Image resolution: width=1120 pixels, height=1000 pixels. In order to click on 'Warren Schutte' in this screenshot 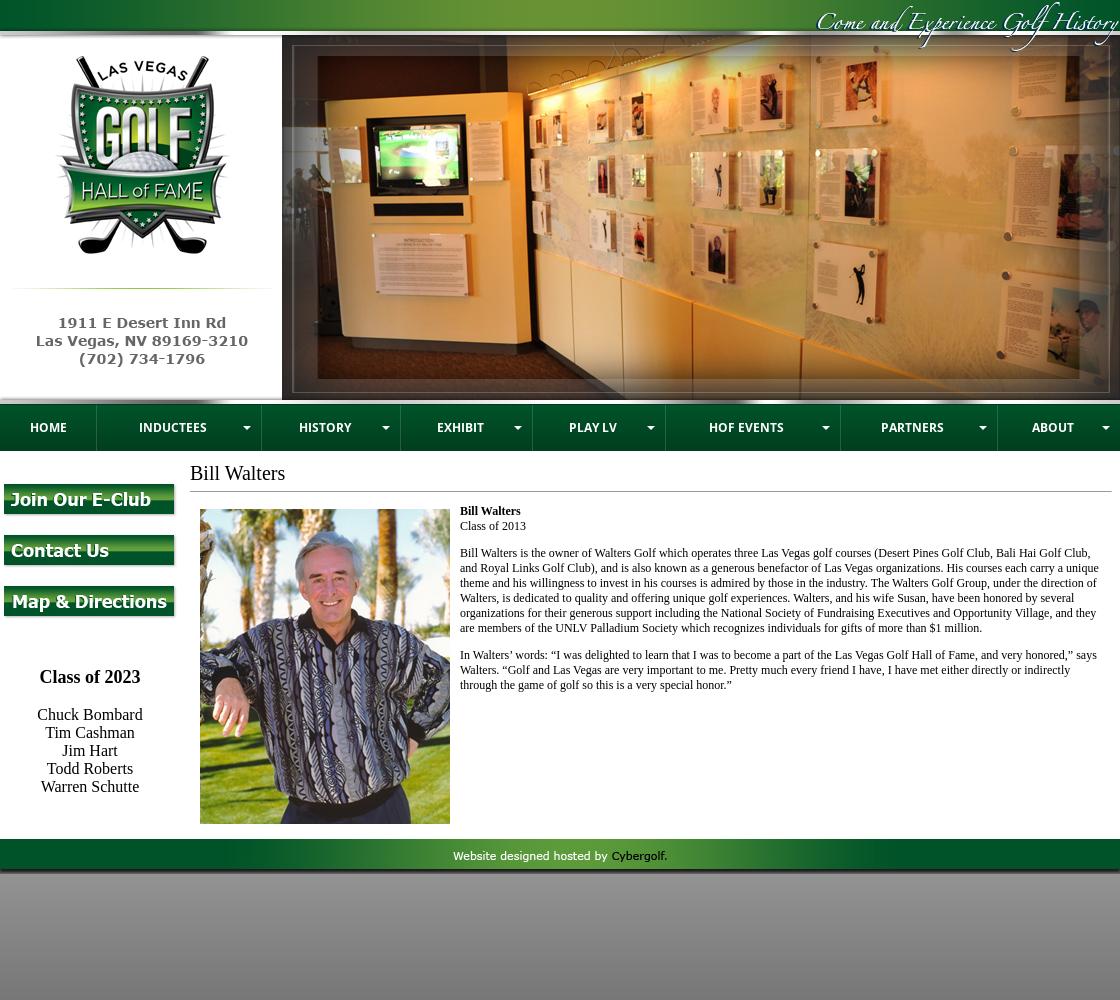, I will do `click(89, 785)`.